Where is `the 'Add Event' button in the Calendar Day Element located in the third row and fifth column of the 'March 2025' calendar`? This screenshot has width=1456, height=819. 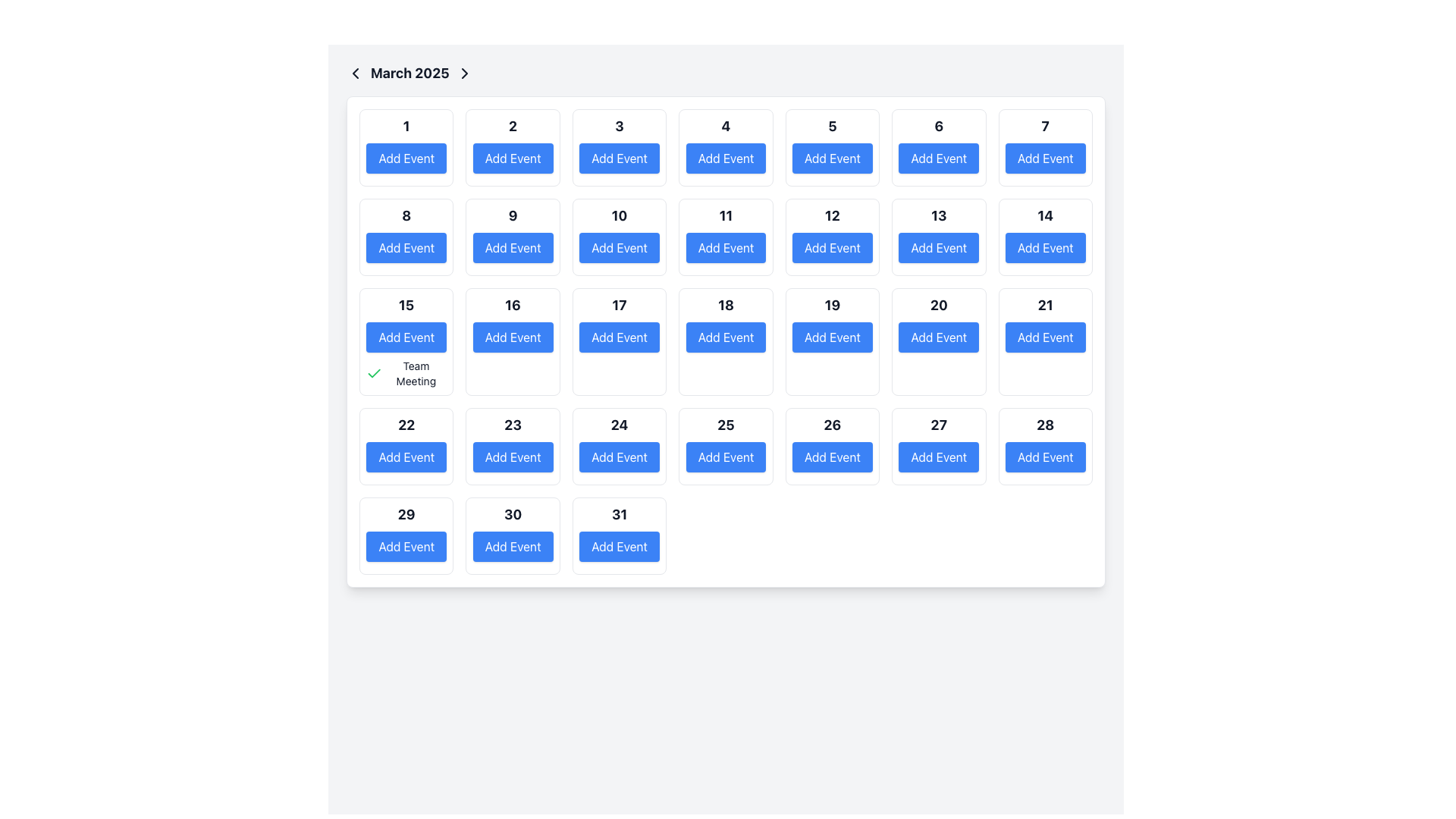
the 'Add Event' button in the Calendar Day Element located in the third row and fifth column of the 'March 2025' calendar is located at coordinates (831, 237).